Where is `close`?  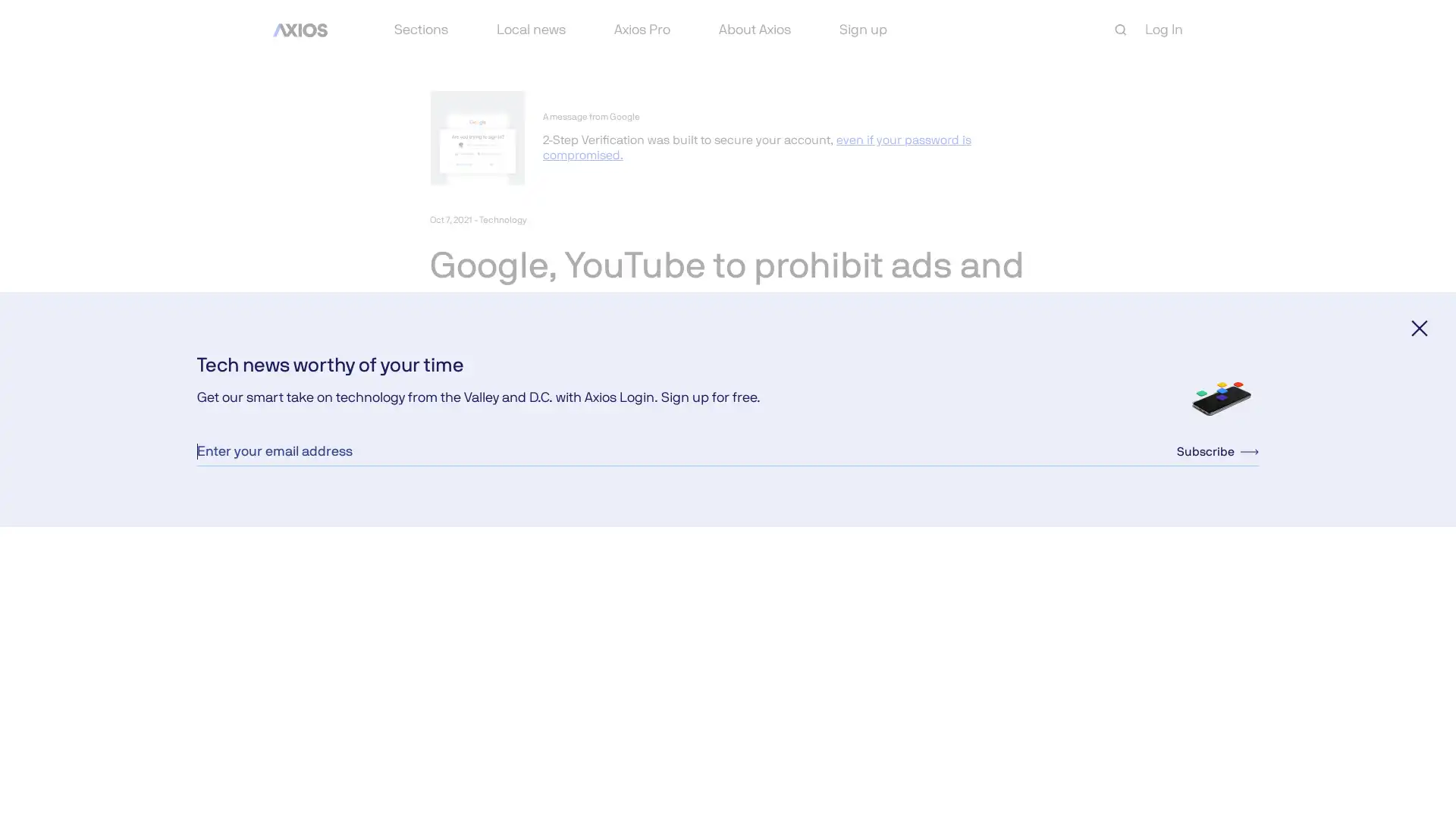 close is located at coordinates (1419, 327).